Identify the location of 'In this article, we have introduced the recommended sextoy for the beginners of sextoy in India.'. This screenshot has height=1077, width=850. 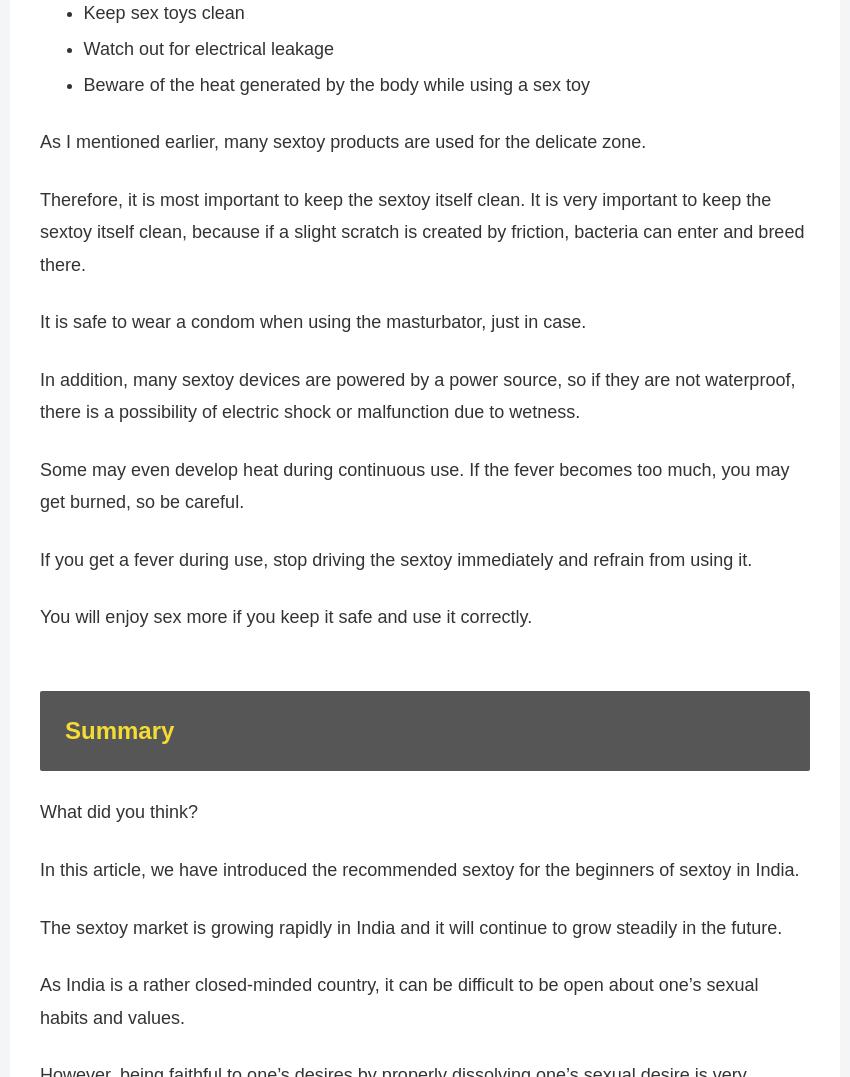
(39, 879).